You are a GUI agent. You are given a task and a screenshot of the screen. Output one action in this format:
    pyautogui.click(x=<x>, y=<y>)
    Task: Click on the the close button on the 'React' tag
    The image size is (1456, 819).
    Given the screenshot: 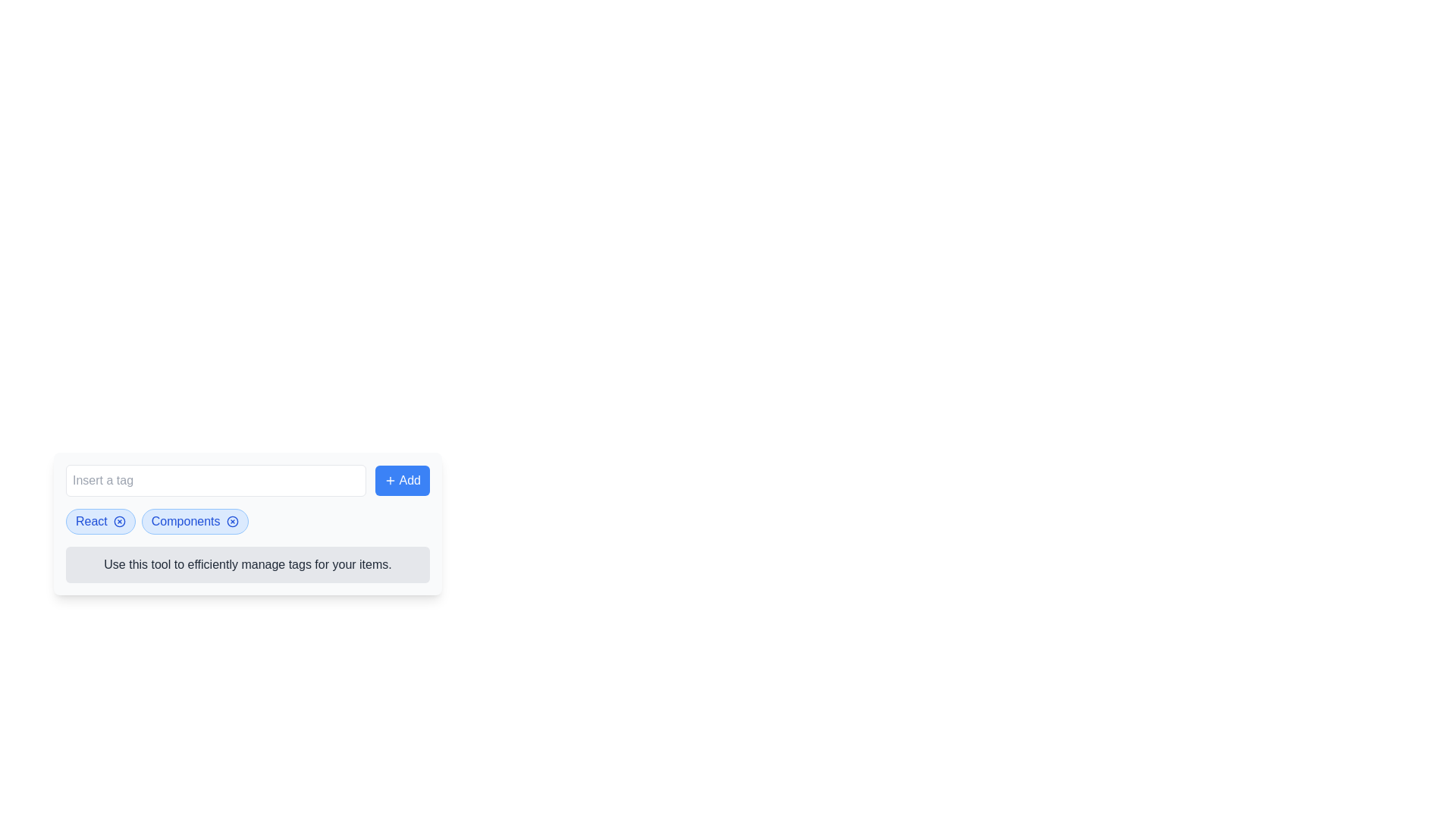 What is the action you would take?
    pyautogui.click(x=99, y=520)
    